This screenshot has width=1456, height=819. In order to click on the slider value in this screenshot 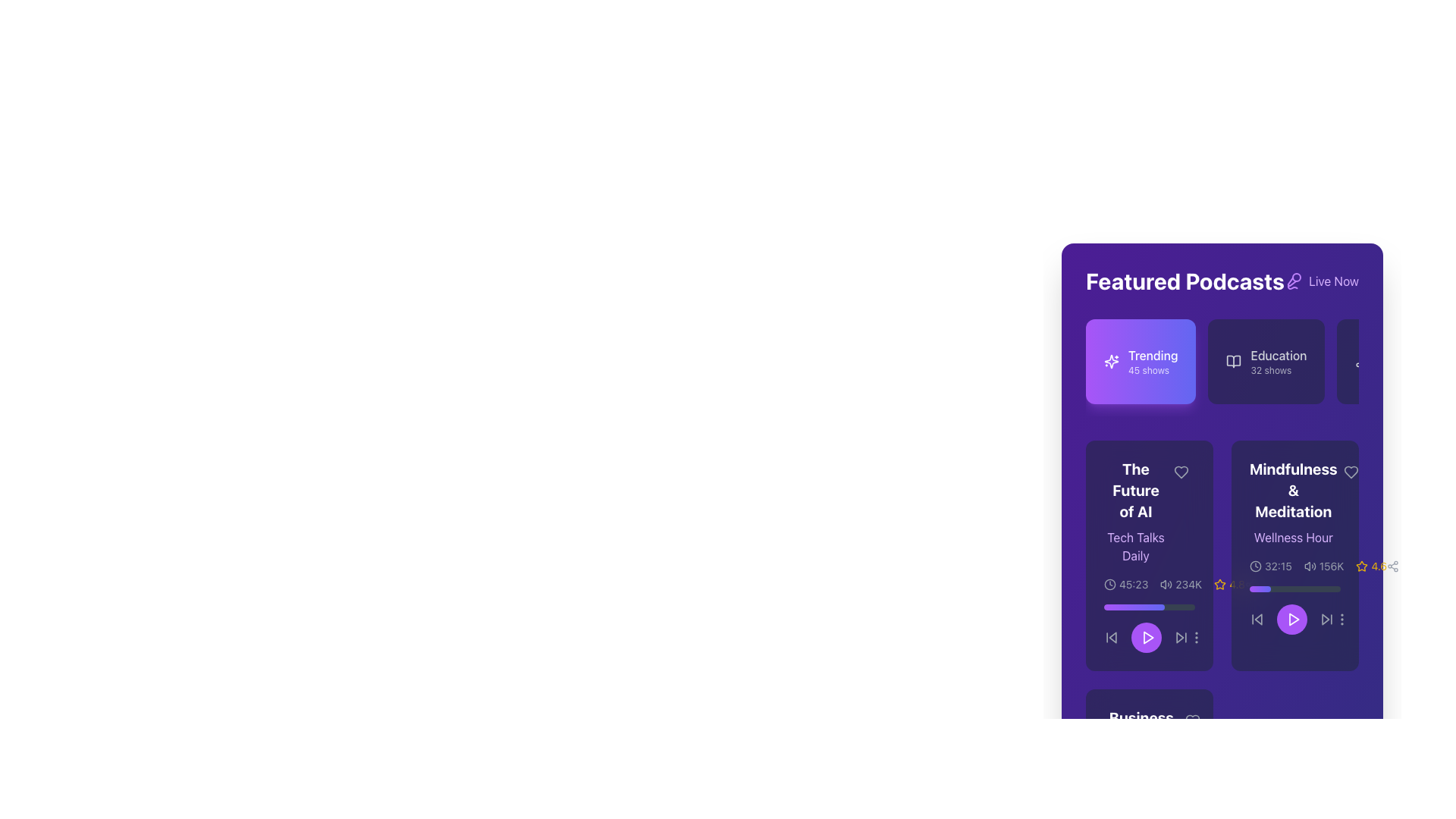, I will do `click(1113, 607)`.